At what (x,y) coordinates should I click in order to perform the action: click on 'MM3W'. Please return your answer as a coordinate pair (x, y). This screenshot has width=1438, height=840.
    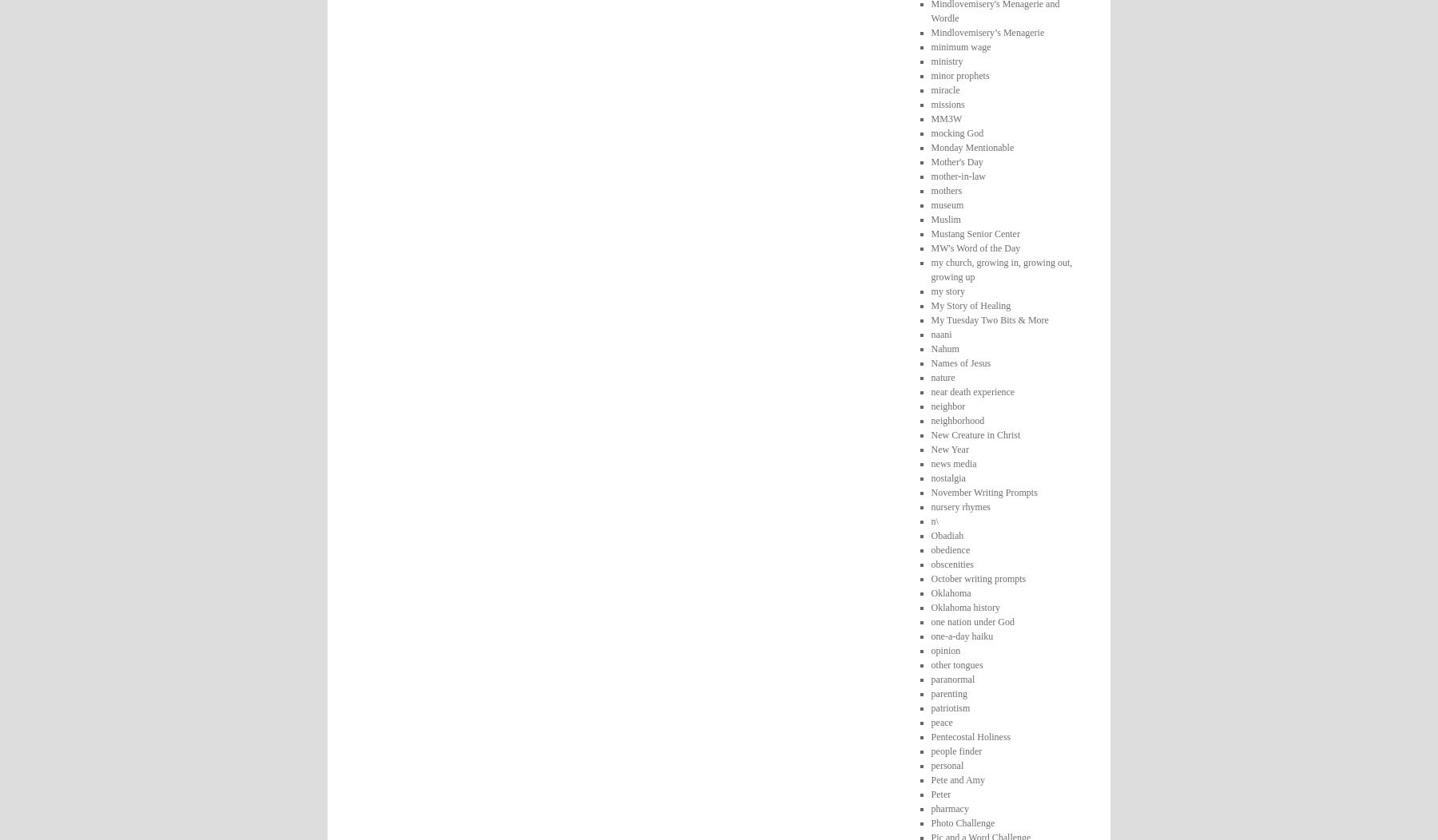
    Looking at the image, I should click on (945, 117).